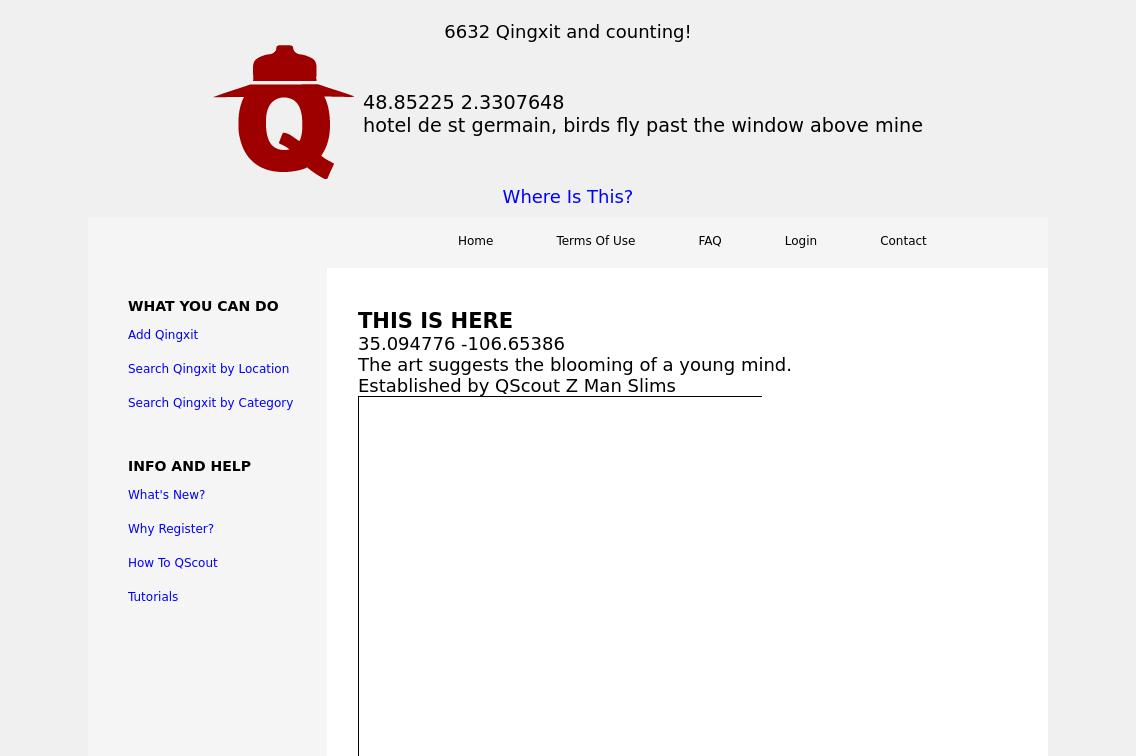 The image size is (1136, 756). What do you see at coordinates (516, 385) in the screenshot?
I see `'Established by QScout Z Man Slims'` at bounding box center [516, 385].